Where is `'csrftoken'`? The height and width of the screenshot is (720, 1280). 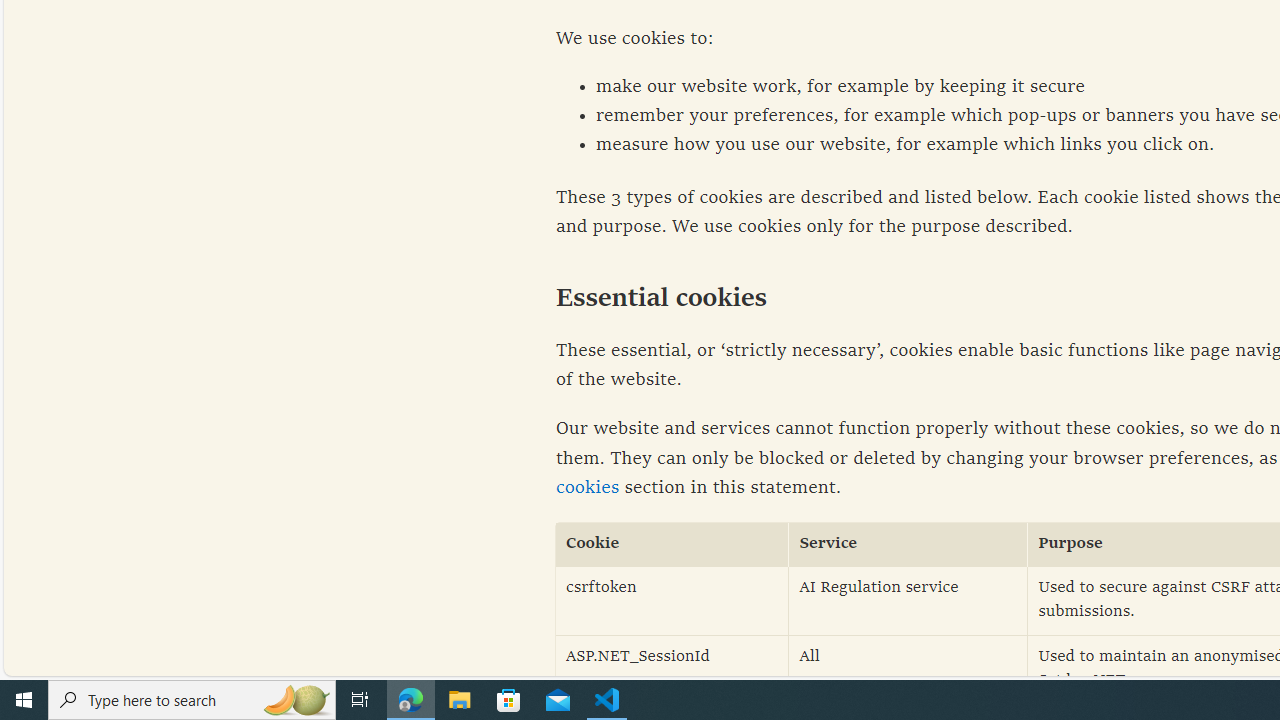 'csrftoken' is located at coordinates (672, 599).